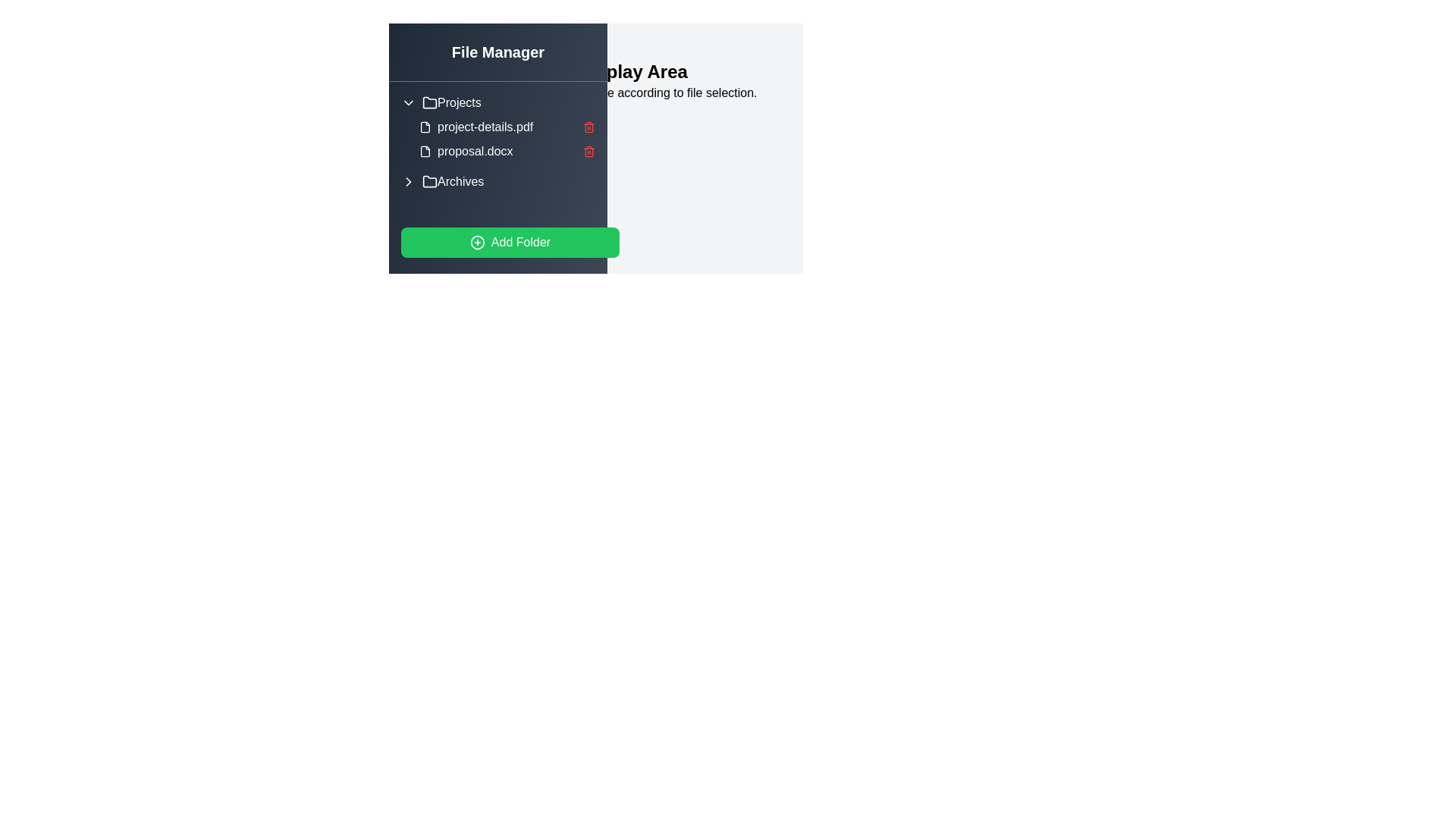 This screenshot has width=1456, height=819. I want to click on the document icon part of the 'proposal.docx' under the 'Projects' section in the file manager by clicking on its rectangular outline, so click(425, 152).